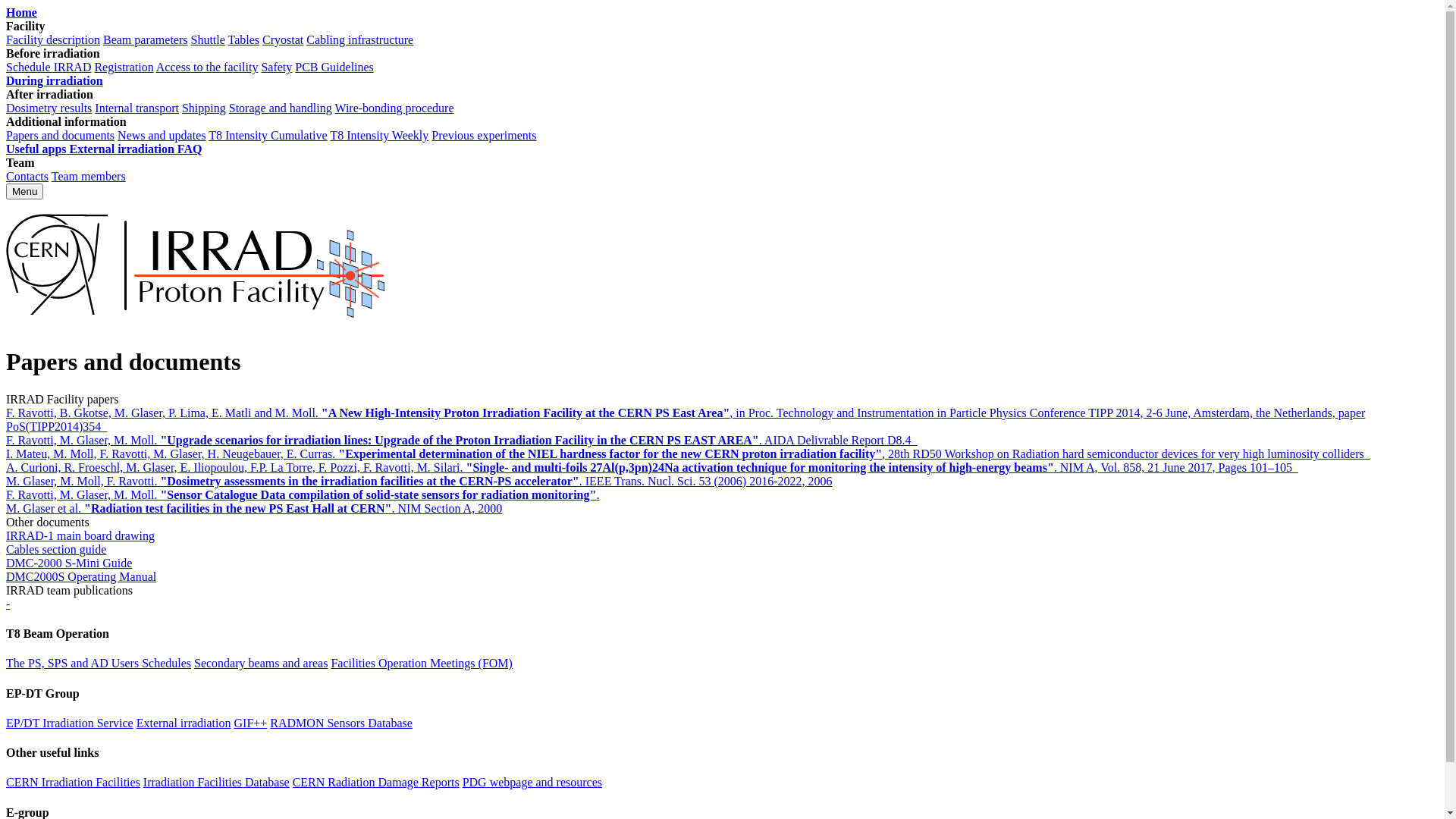  Describe the element at coordinates (97, 662) in the screenshot. I see `'The PS, SPS and AD Users Schedules'` at that location.